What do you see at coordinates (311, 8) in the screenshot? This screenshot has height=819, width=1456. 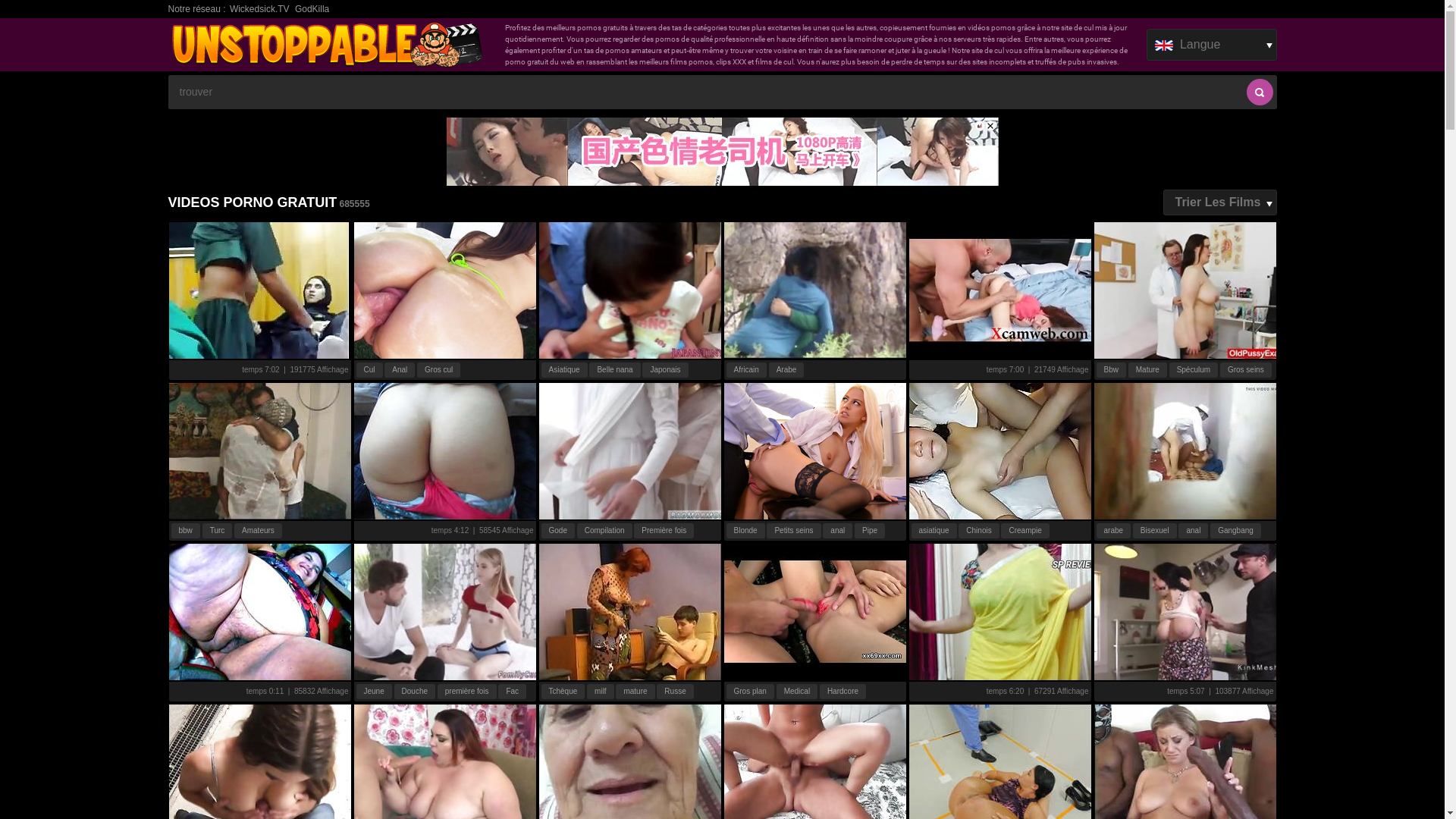 I see `'GodKilla'` at bounding box center [311, 8].